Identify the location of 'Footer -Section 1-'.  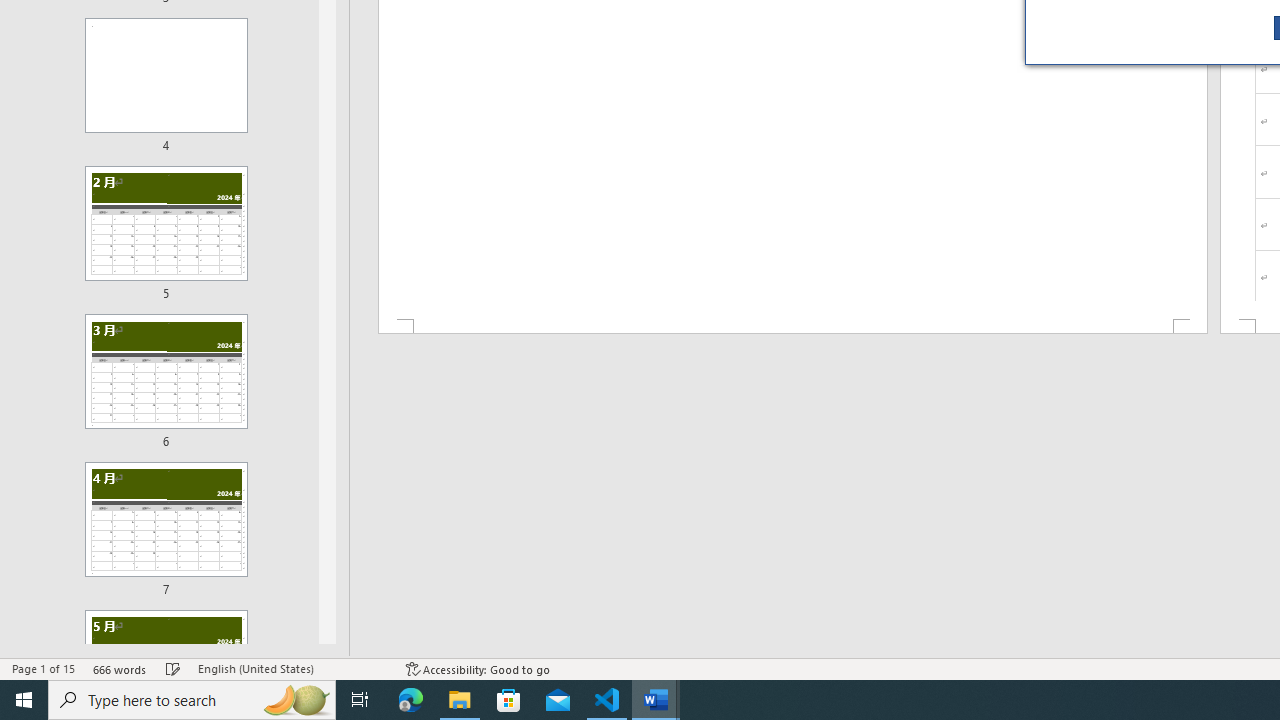
(791, 325).